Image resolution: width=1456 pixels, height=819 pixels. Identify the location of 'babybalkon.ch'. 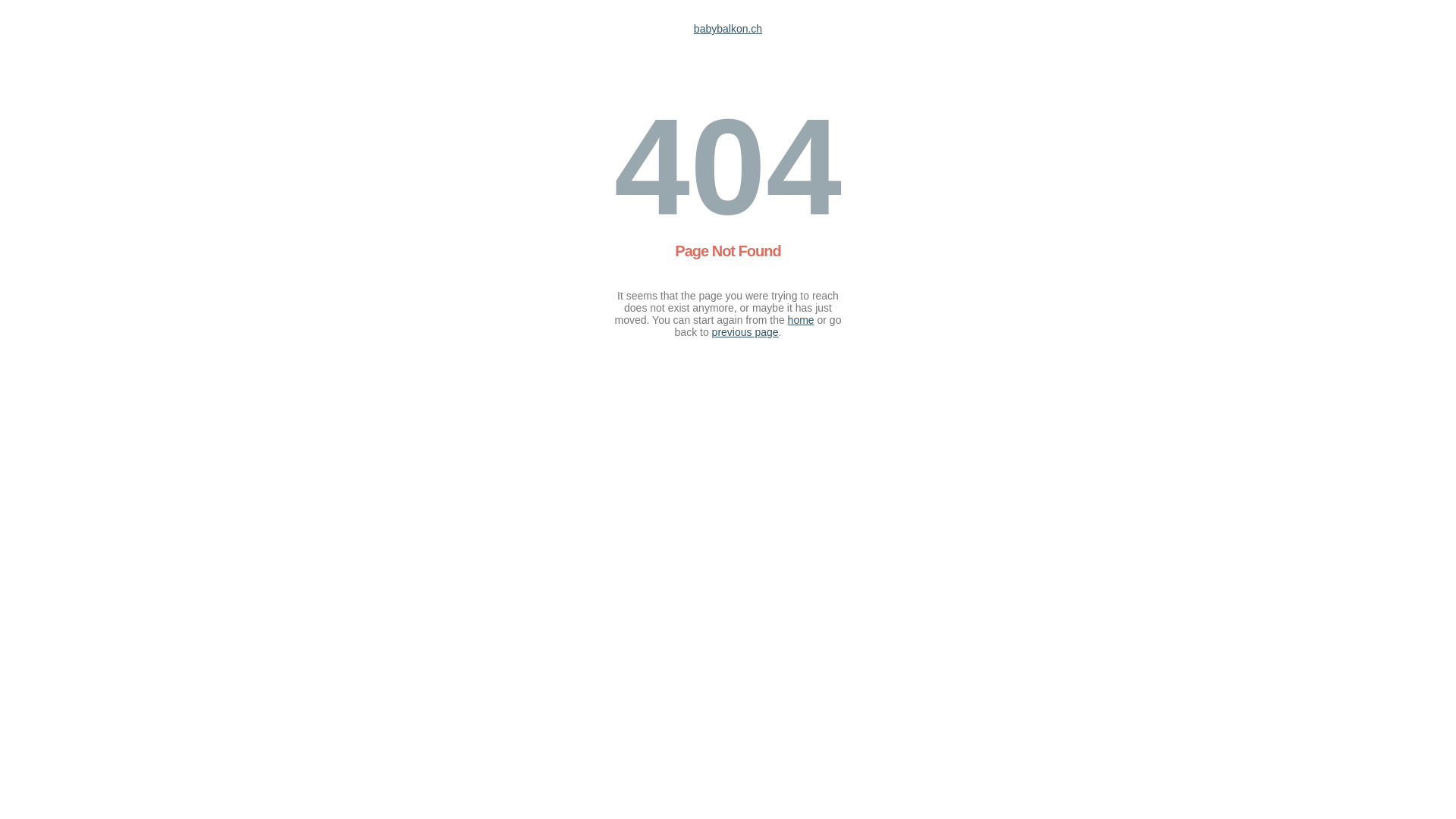
(728, 29).